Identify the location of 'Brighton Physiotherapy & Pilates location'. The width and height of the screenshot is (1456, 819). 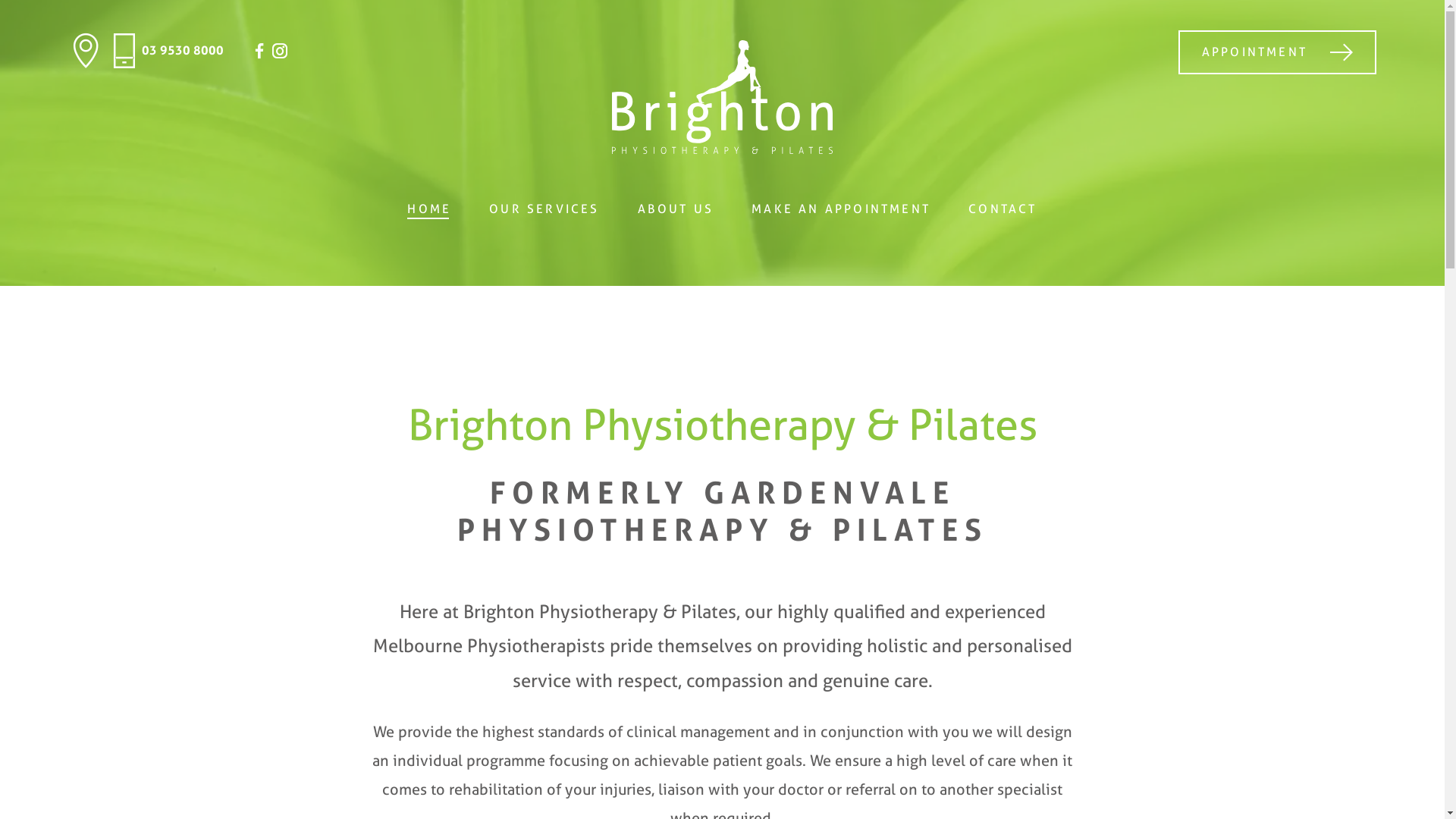
(67, 49).